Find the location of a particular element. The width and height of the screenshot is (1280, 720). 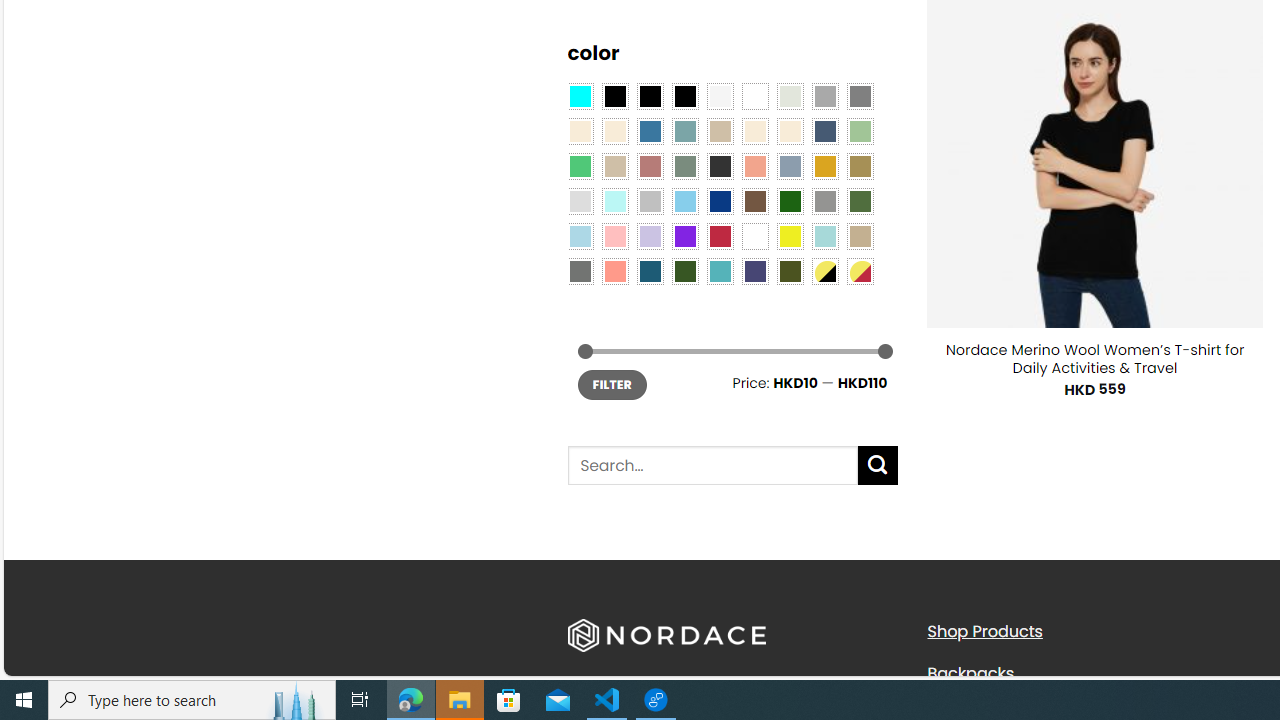

'Blue' is located at coordinates (650, 131).